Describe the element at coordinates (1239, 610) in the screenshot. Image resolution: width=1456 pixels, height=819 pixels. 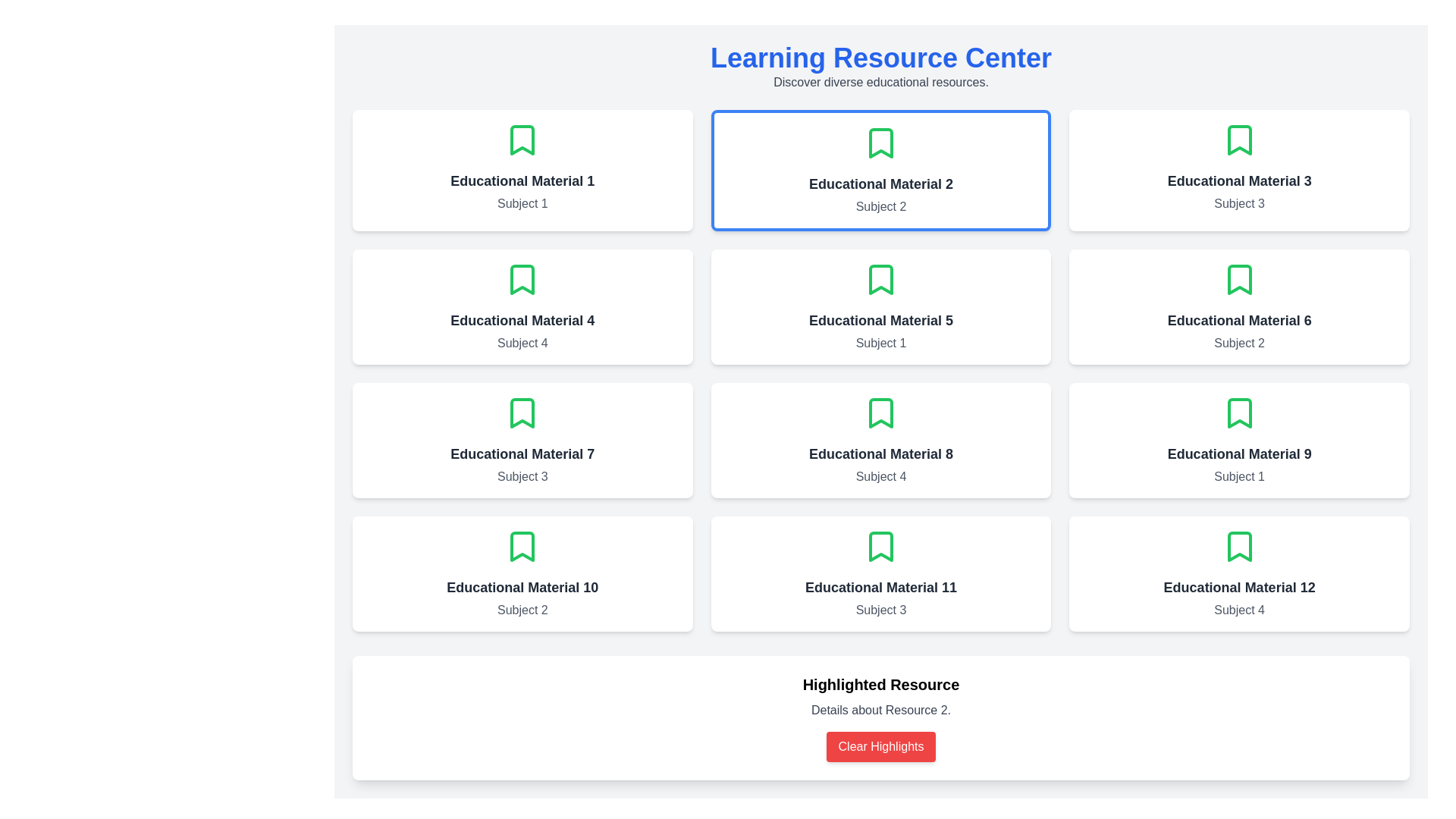
I see `the static text element displaying 'Subject 4', which is styled in medium-light gray and center-aligned, located at the bottom-center of the card titled 'Educational Material 12'` at that location.